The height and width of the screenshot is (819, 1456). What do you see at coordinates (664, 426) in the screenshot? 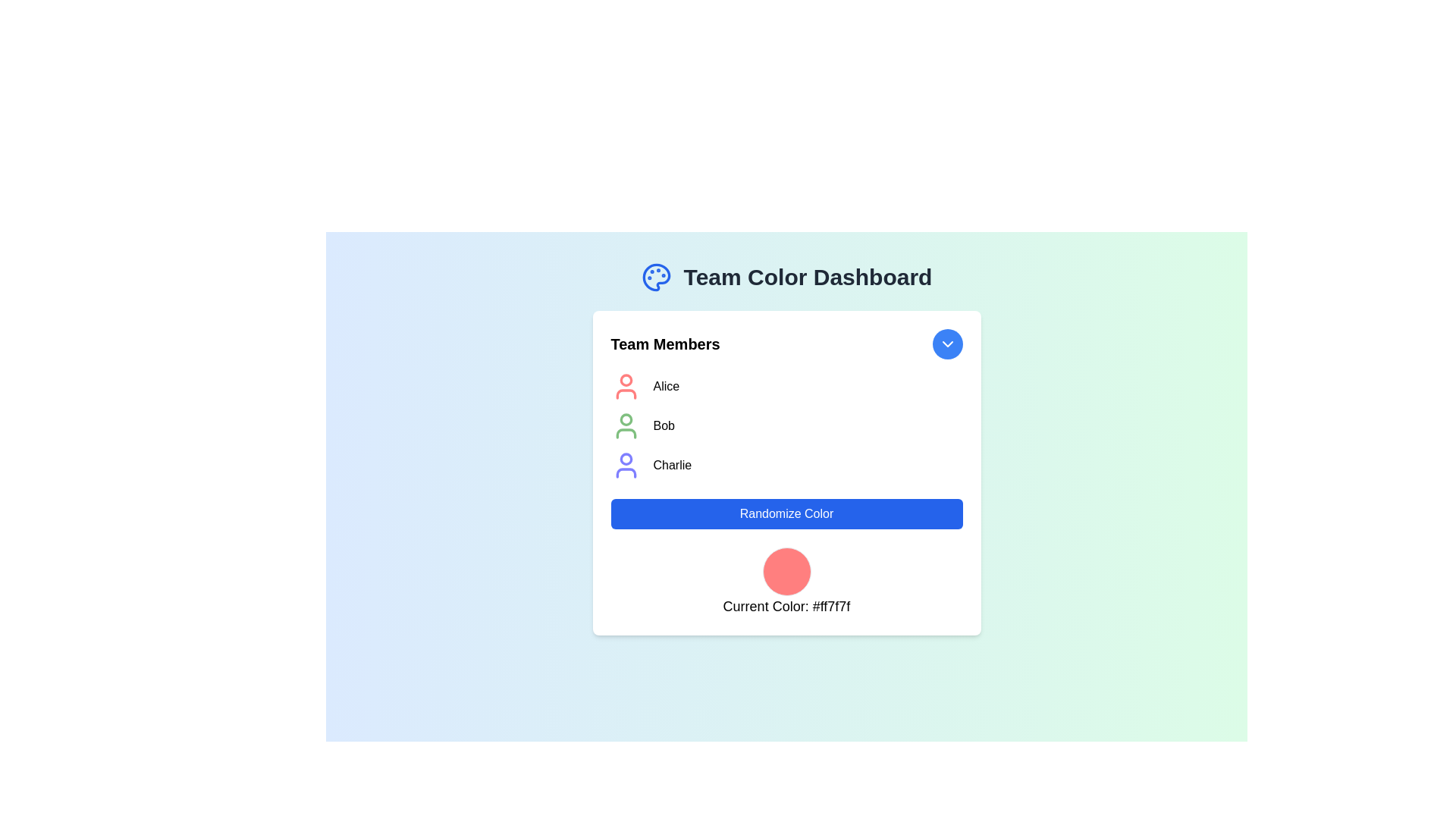
I see `the text label displaying 'Bob', which is the second entry in a vertical list of team members, positioned below 'Alice' and above 'Charlie'` at bounding box center [664, 426].